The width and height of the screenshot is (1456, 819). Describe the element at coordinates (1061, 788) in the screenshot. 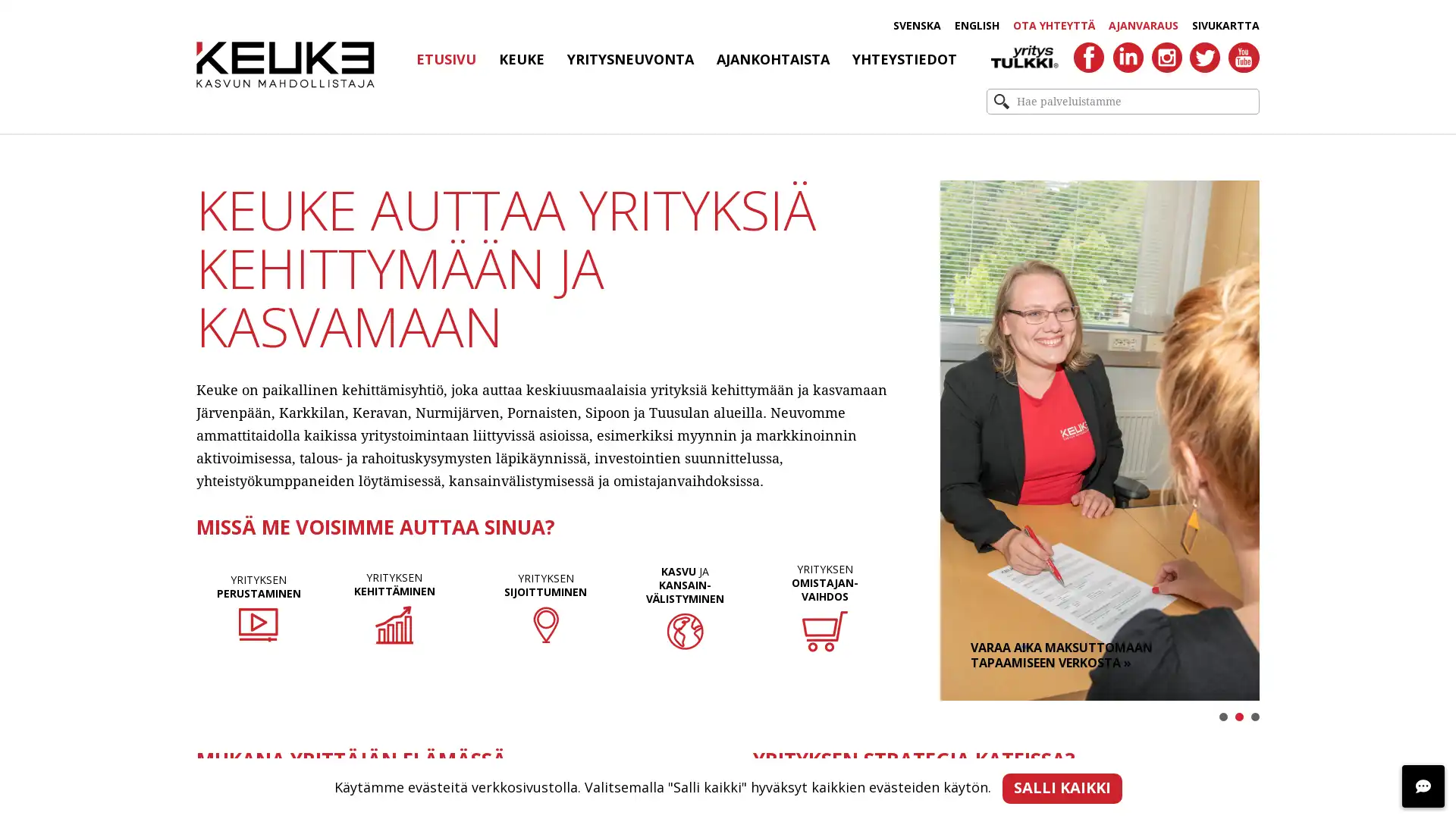

I see `Salli kaikki` at that location.